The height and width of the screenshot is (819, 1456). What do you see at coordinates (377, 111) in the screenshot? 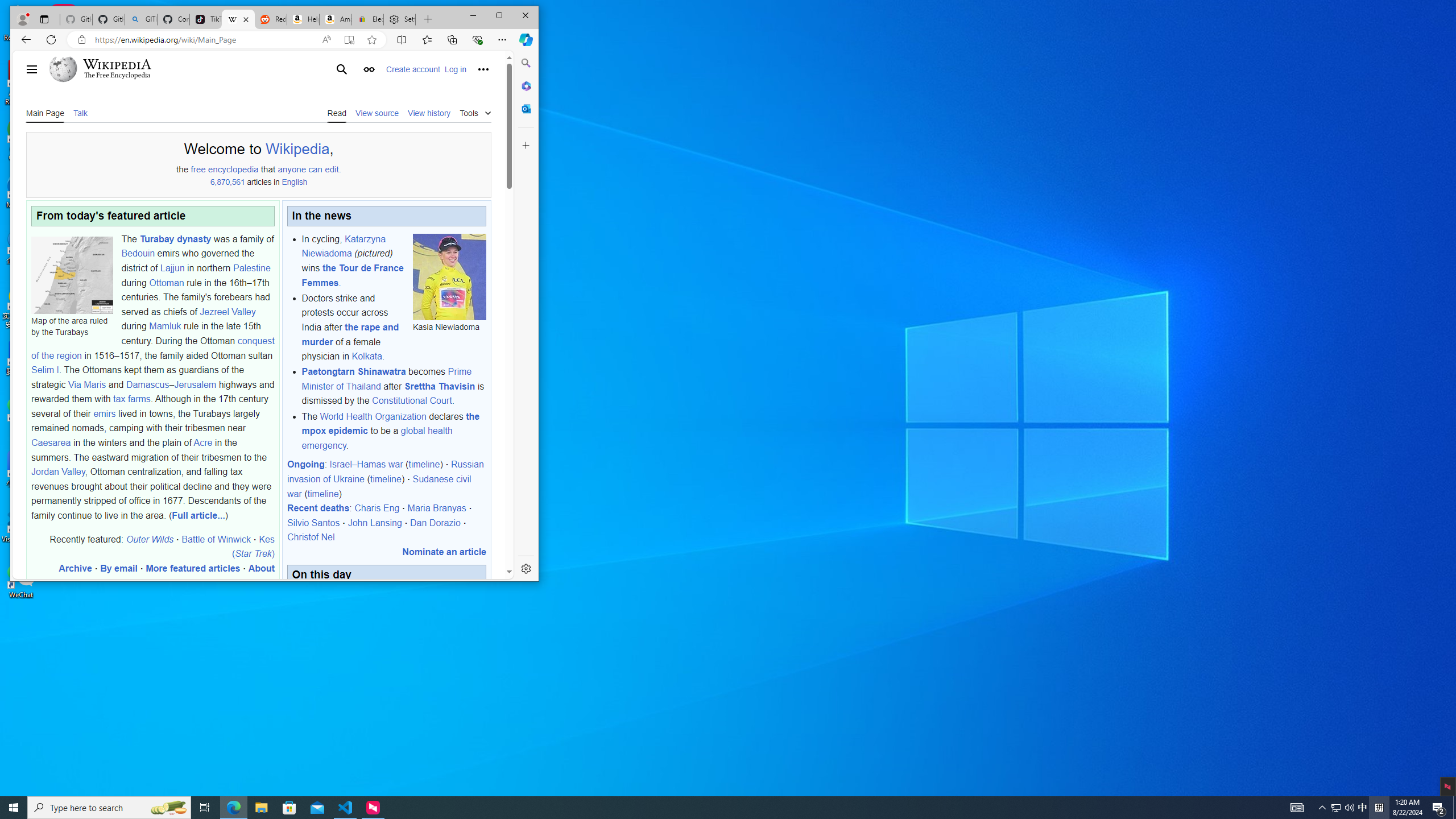
I see `'View source'` at bounding box center [377, 111].